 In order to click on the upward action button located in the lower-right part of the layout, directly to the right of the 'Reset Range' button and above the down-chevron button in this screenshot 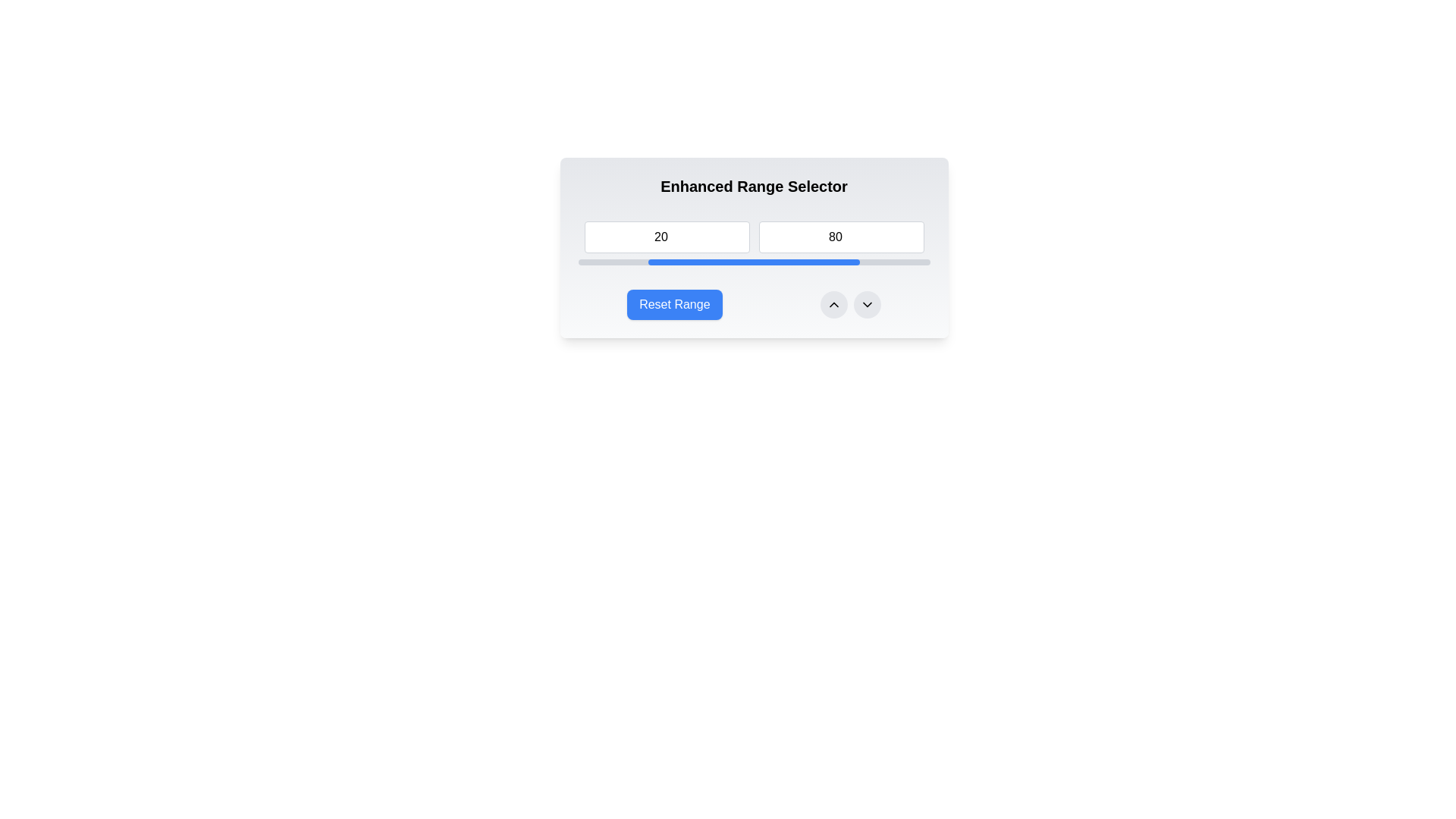, I will do `click(833, 304)`.